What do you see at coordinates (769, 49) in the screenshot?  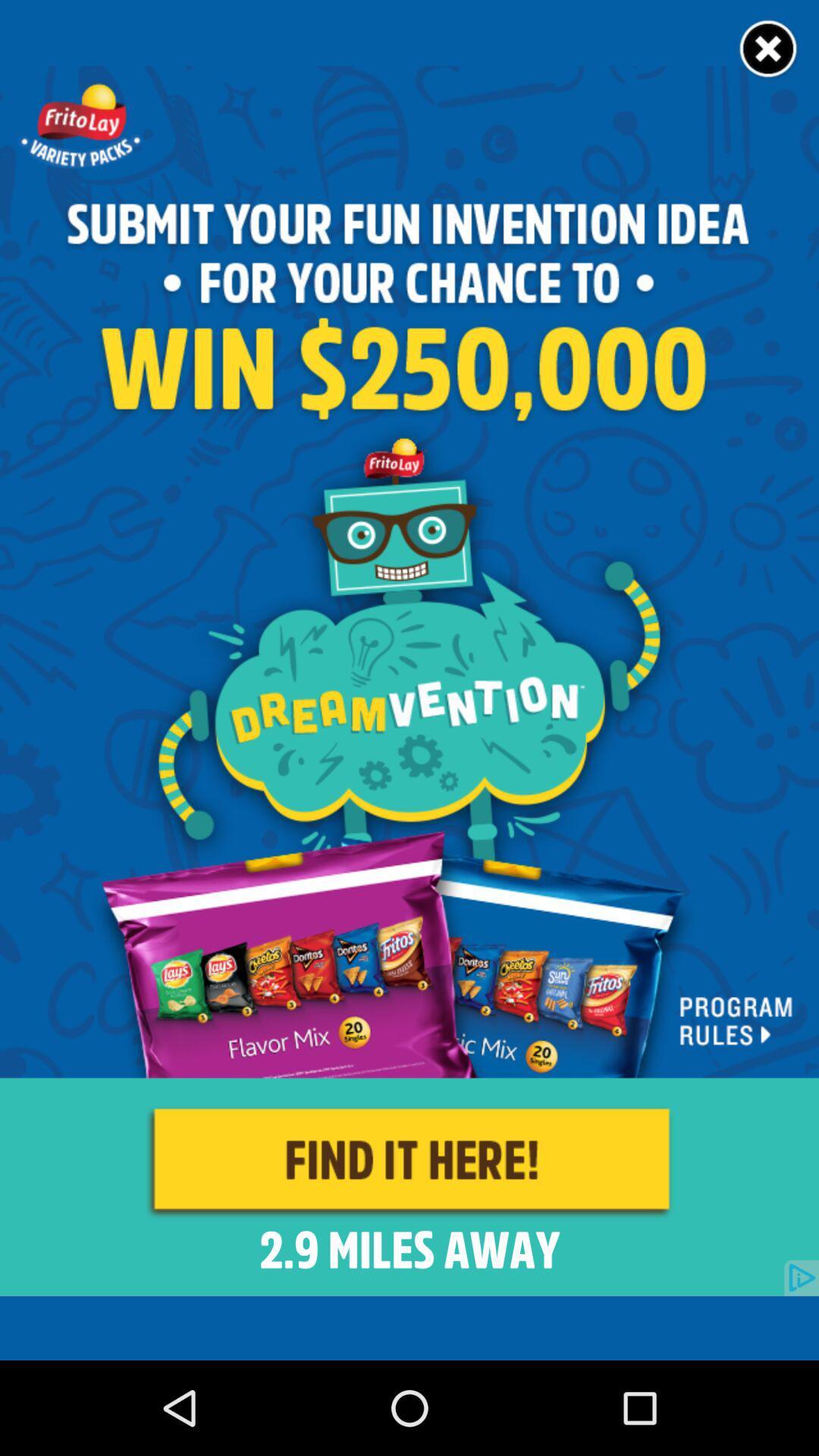 I see `page` at bounding box center [769, 49].